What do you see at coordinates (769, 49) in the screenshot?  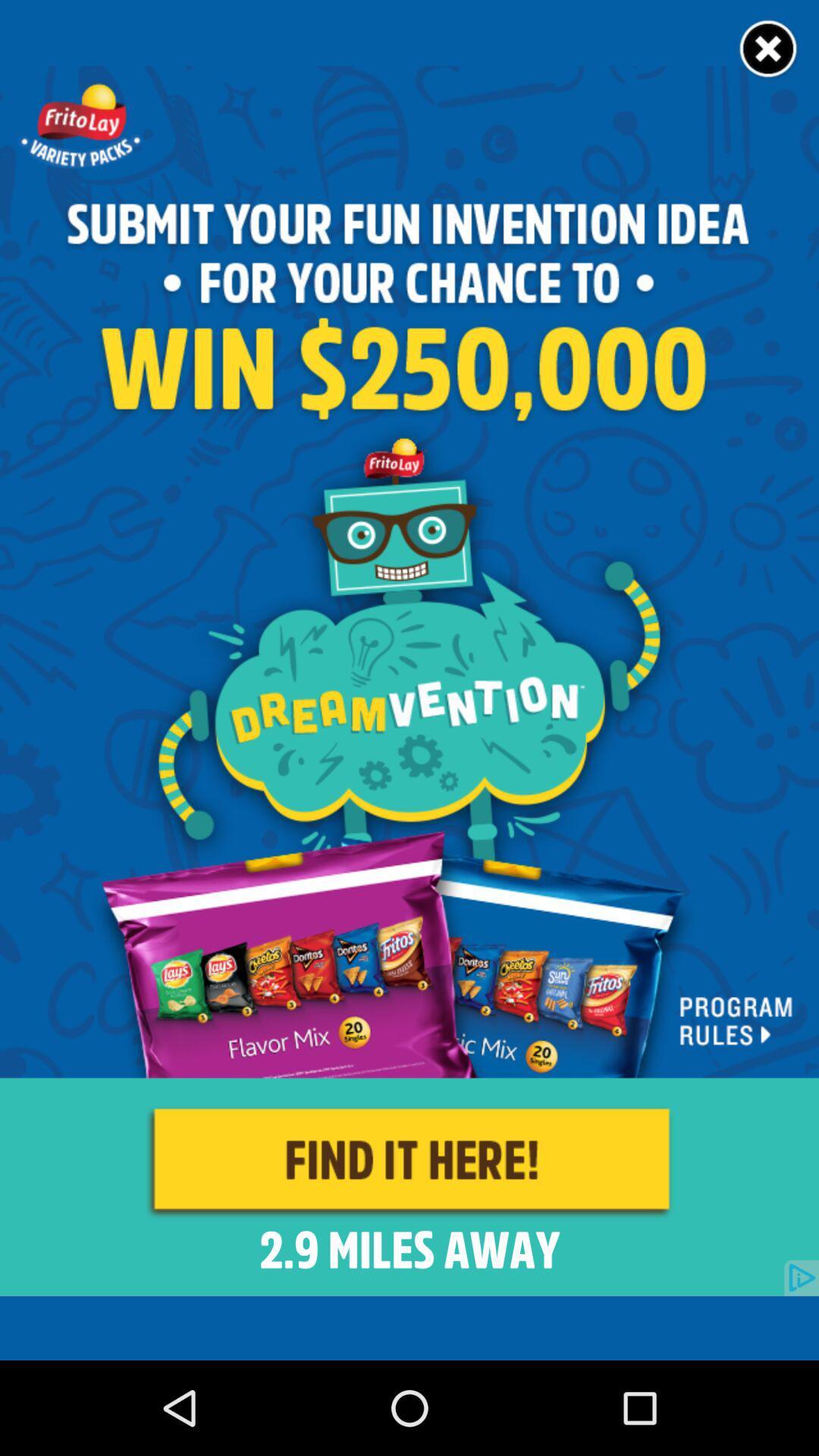 I see `page` at bounding box center [769, 49].